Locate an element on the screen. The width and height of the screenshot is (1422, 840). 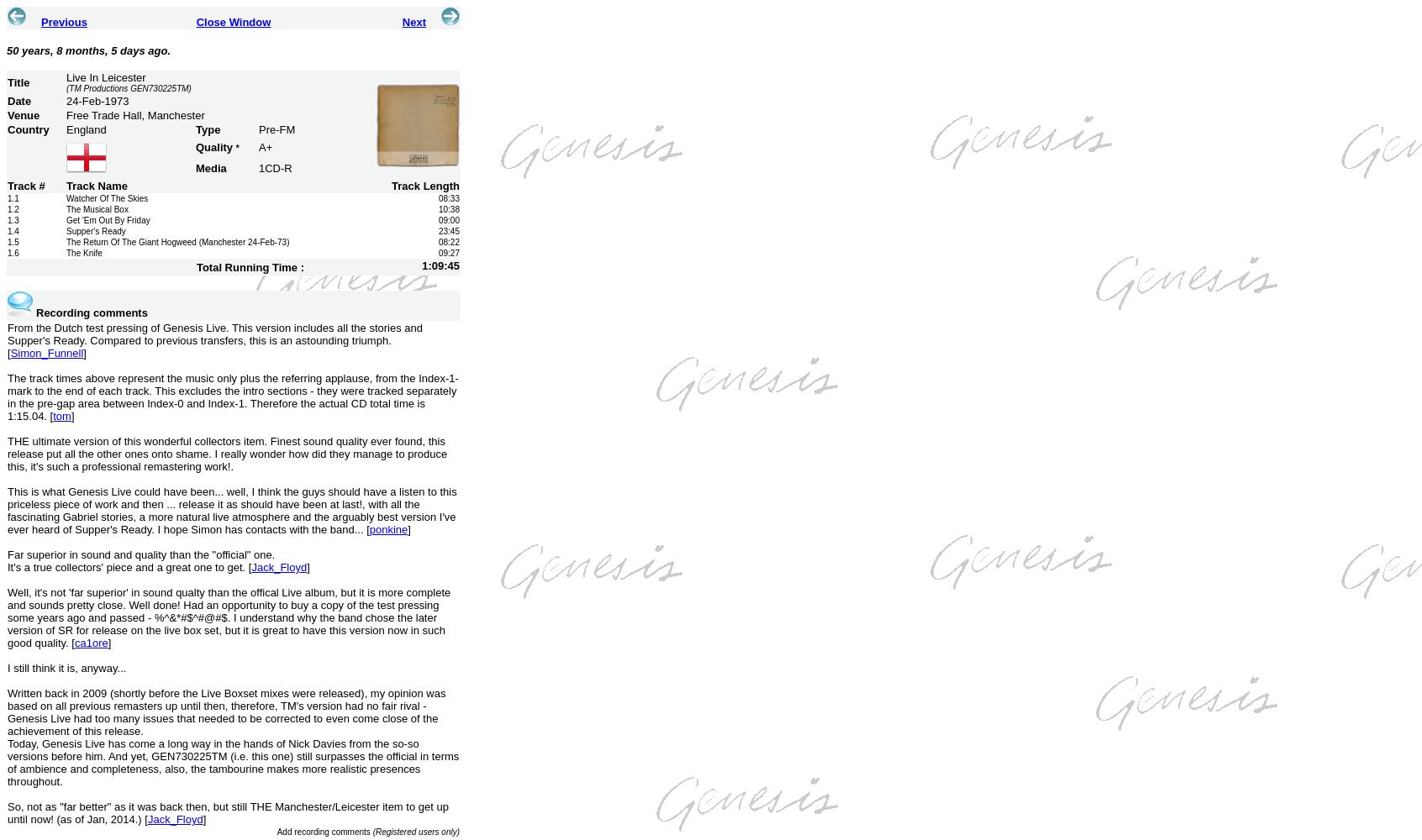
'From the Dutch test pressing of Genesis Live.  This version includes all the stories and Supper's Ready.  Compared to previous transfers, this is an astounding triumph. [' is located at coordinates (214, 340).